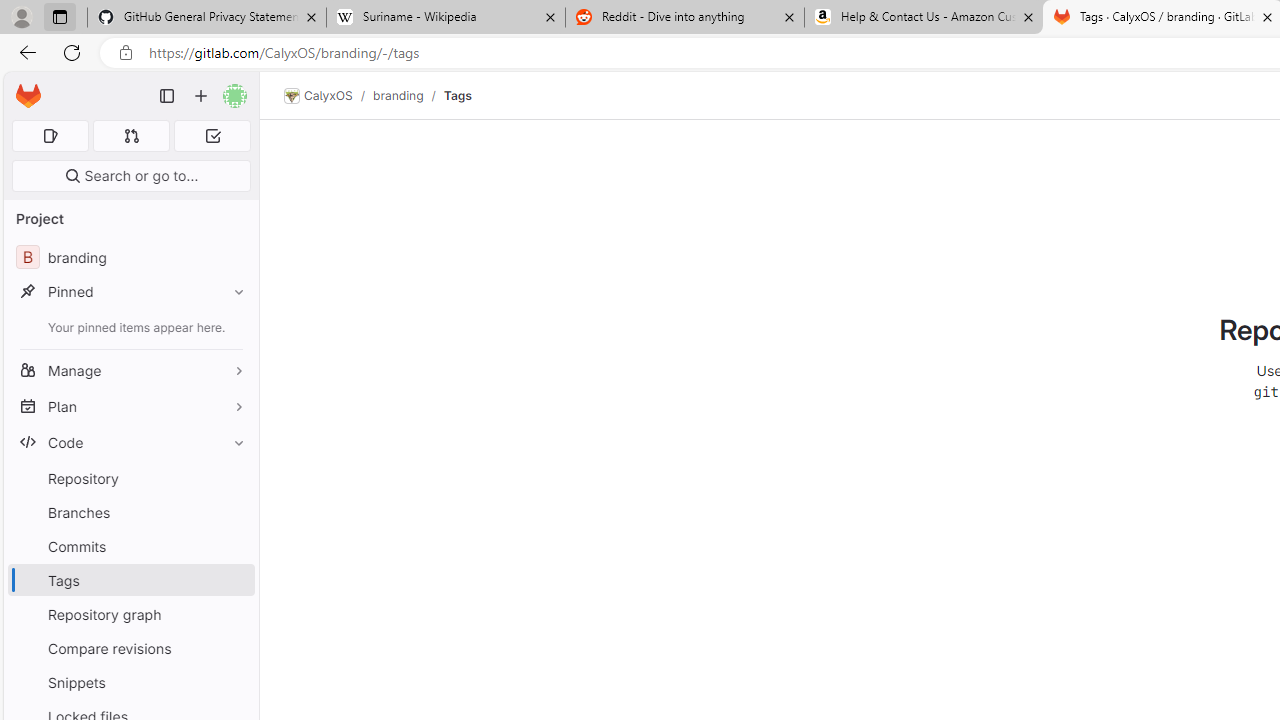 The height and width of the screenshot is (720, 1280). What do you see at coordinates (28, 96) in the screenshot?
I see `'Homepage'` at bounding box center [28, 96].